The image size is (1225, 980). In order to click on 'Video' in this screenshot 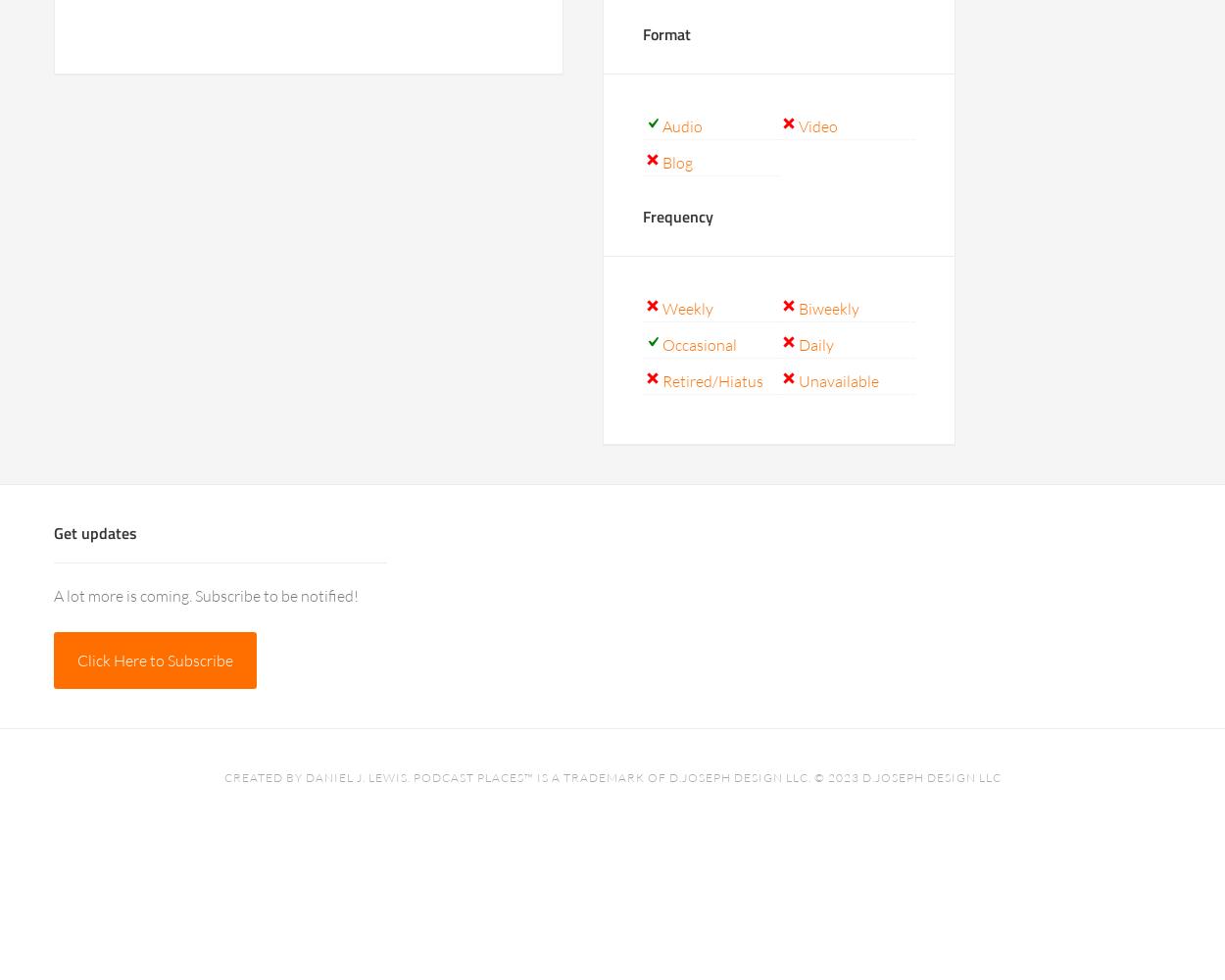, I will do `click(817, 126)`.